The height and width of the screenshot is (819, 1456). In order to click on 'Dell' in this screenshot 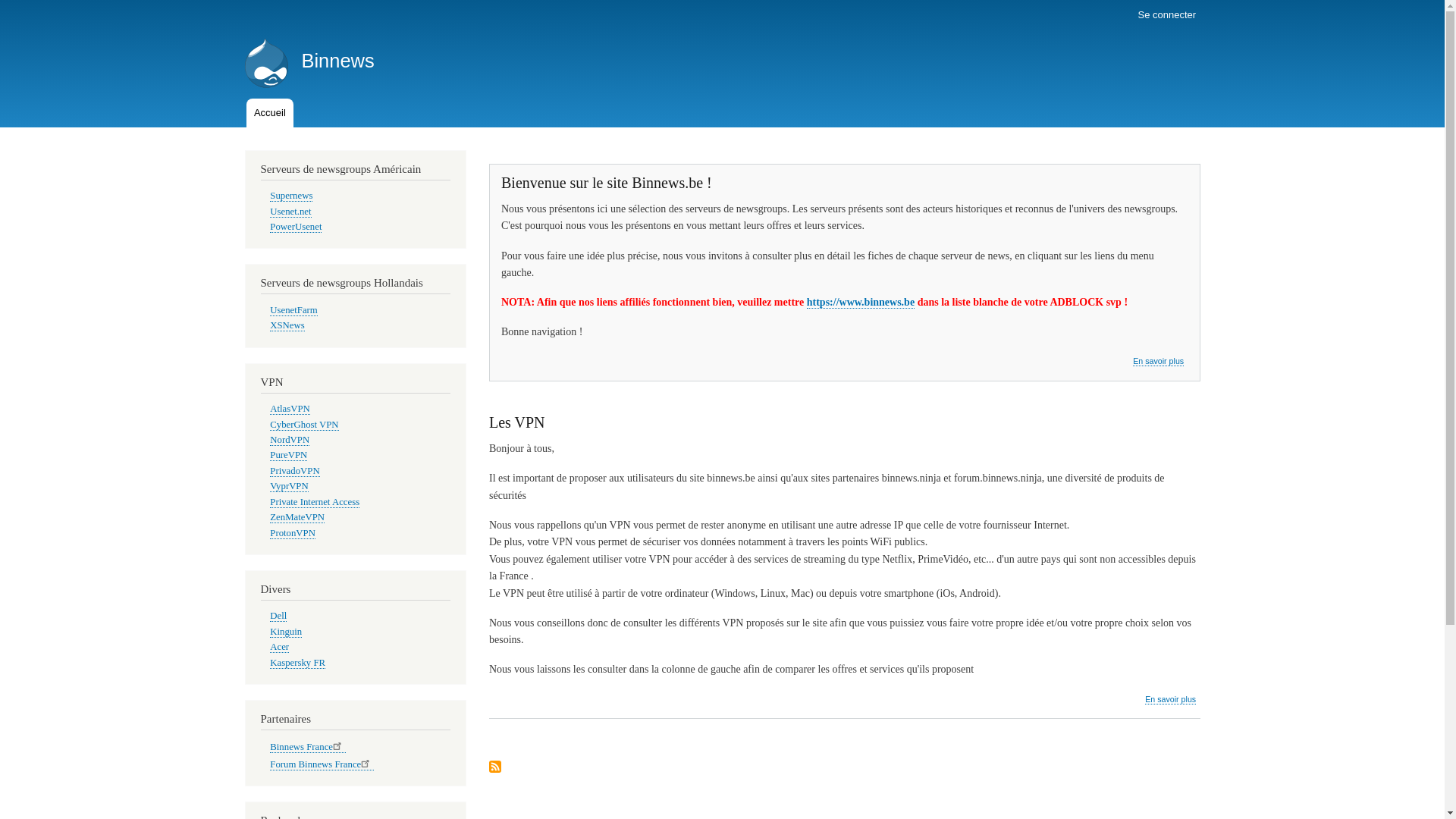, I will do `click(278, 616)`.